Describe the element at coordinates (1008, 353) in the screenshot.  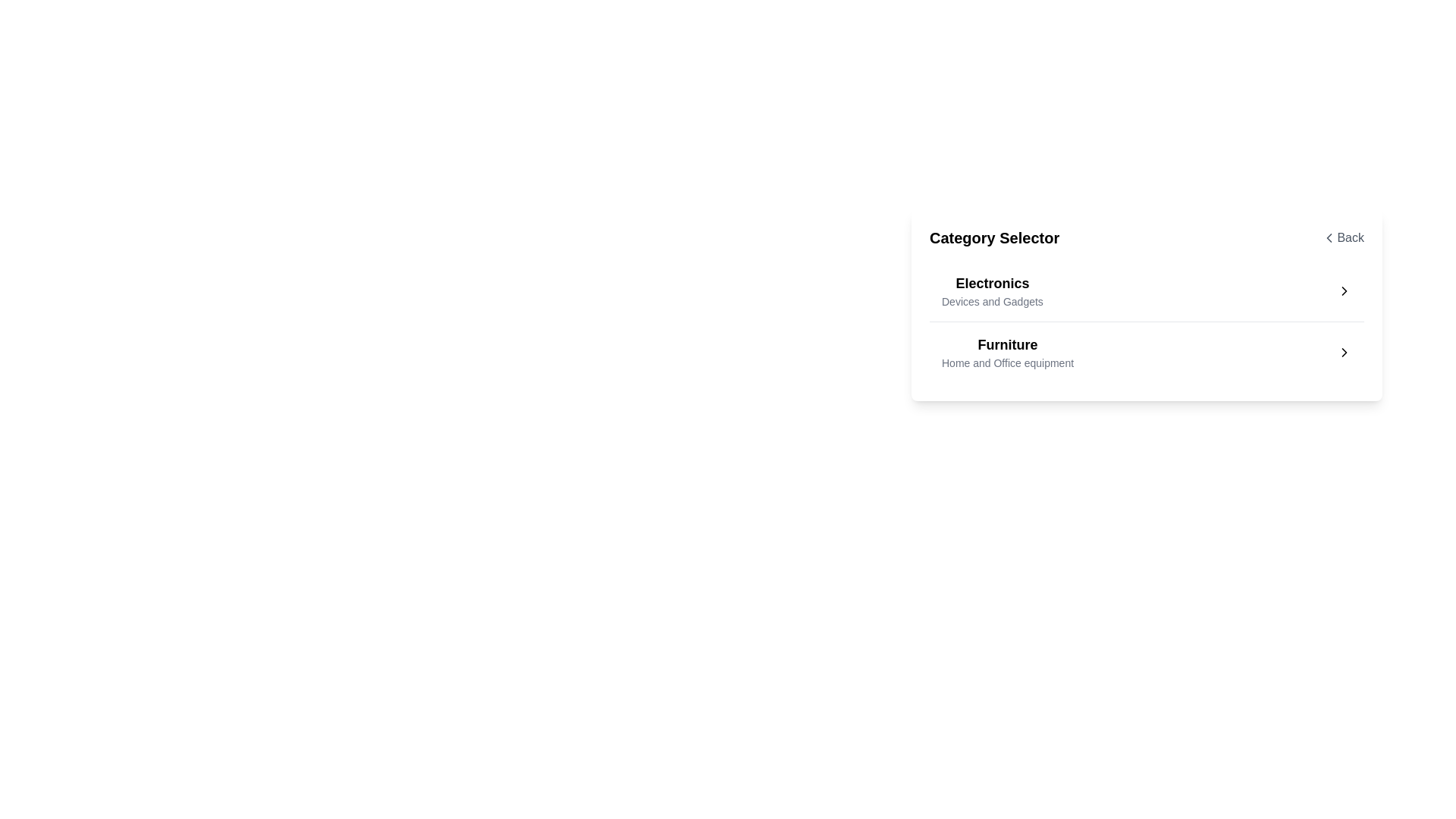
I see `the 'Furniture' category item in the 'Category Selector' section` at that location.